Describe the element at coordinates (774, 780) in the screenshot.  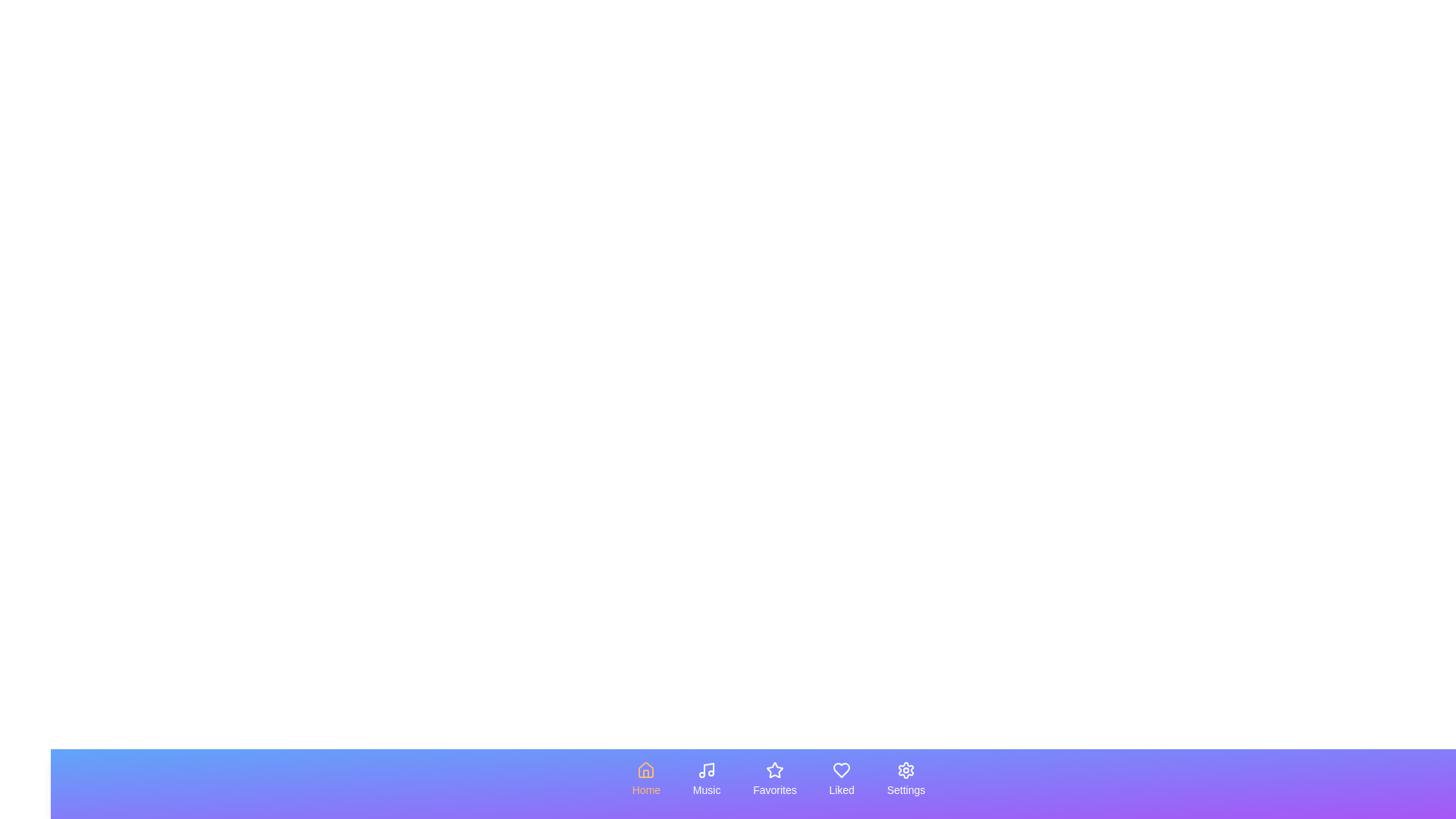
I see `the tab labeled Favorites by clicking on its icon or label` at that location.